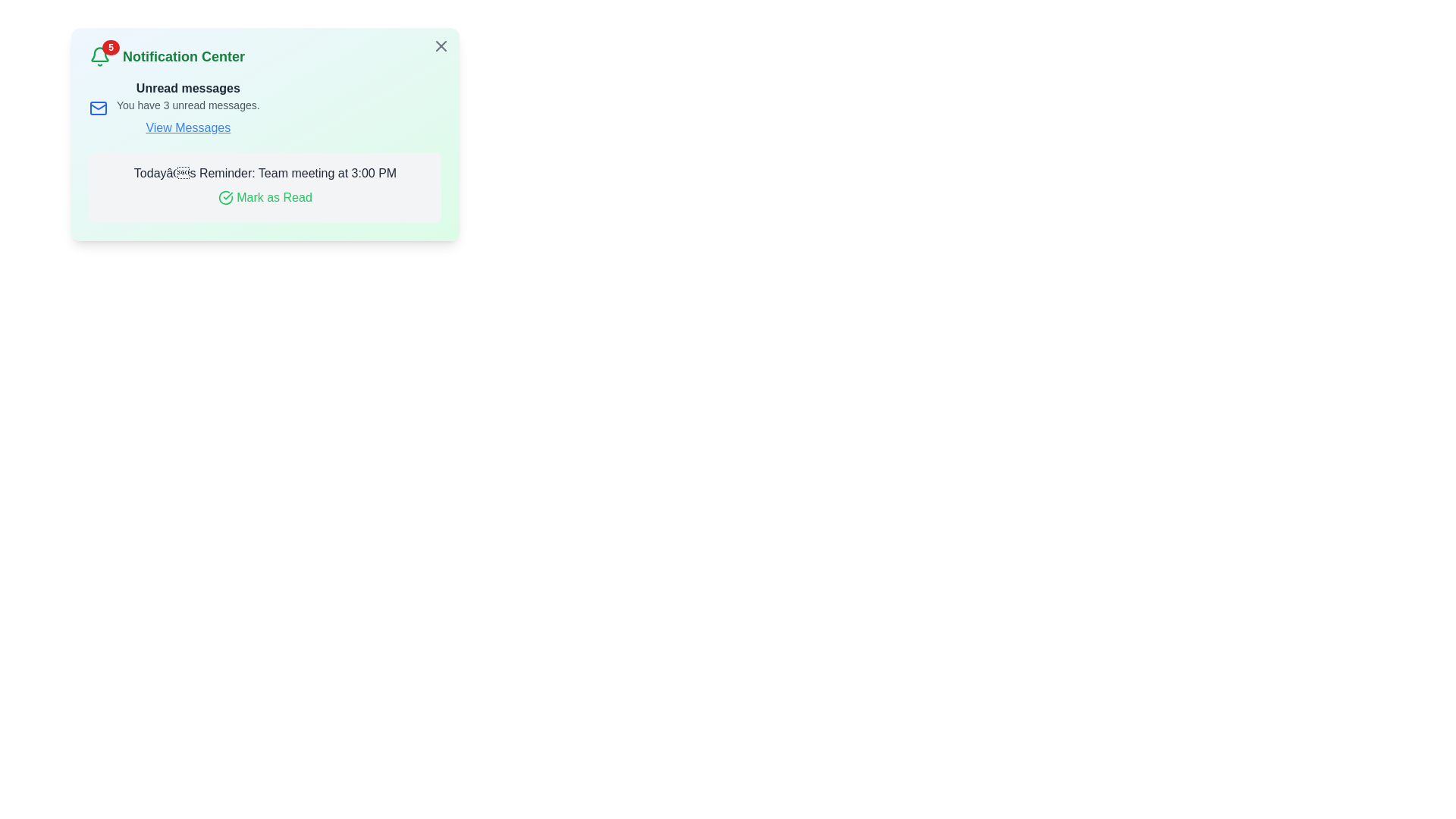 This screenshot has height=819, width=1456. I want to click on the notification icon with a badge located in the top-left section of the Notification Center header, which indicates unread notifications, so click(99, 55).